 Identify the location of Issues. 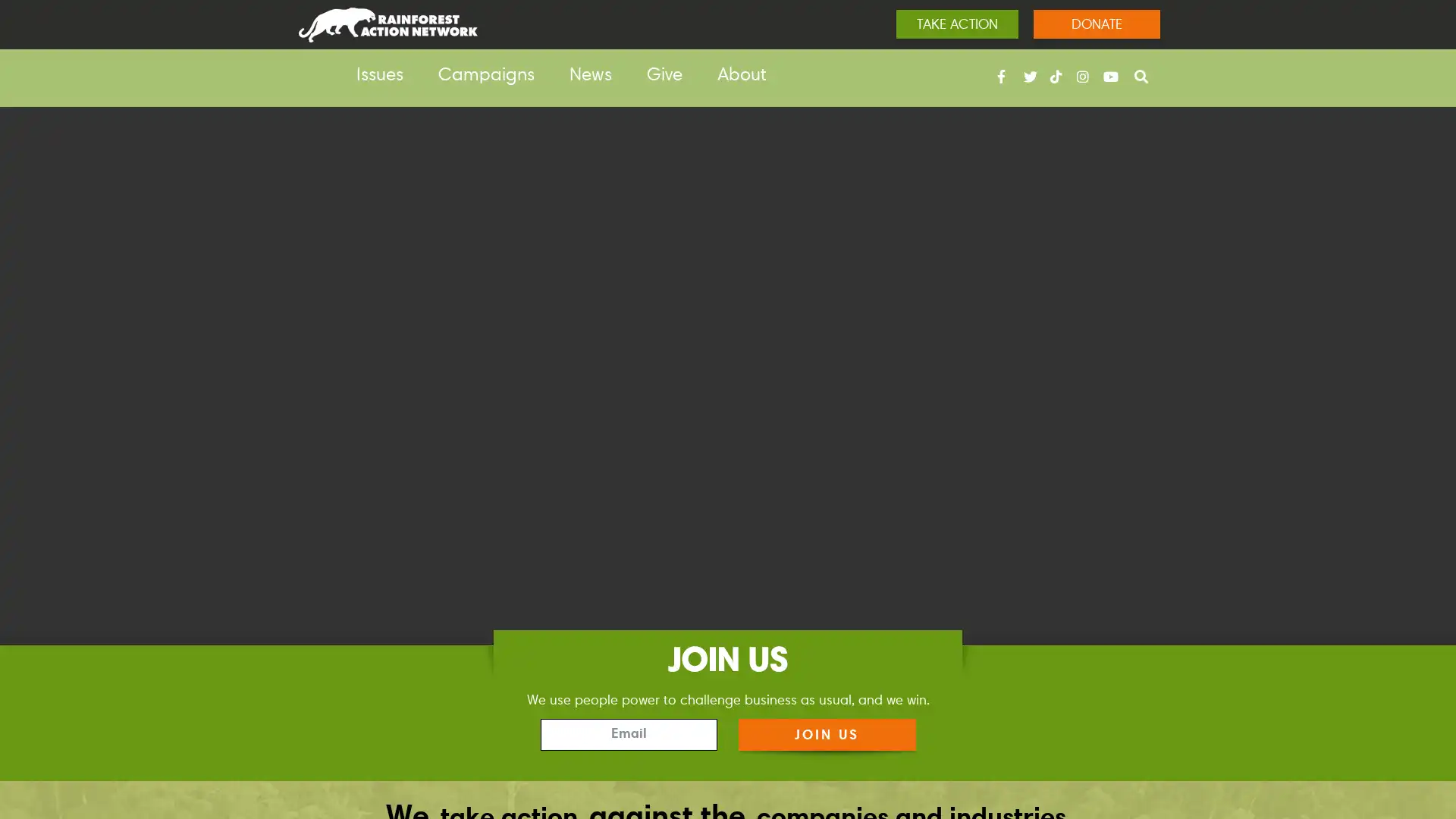
(379, 76).